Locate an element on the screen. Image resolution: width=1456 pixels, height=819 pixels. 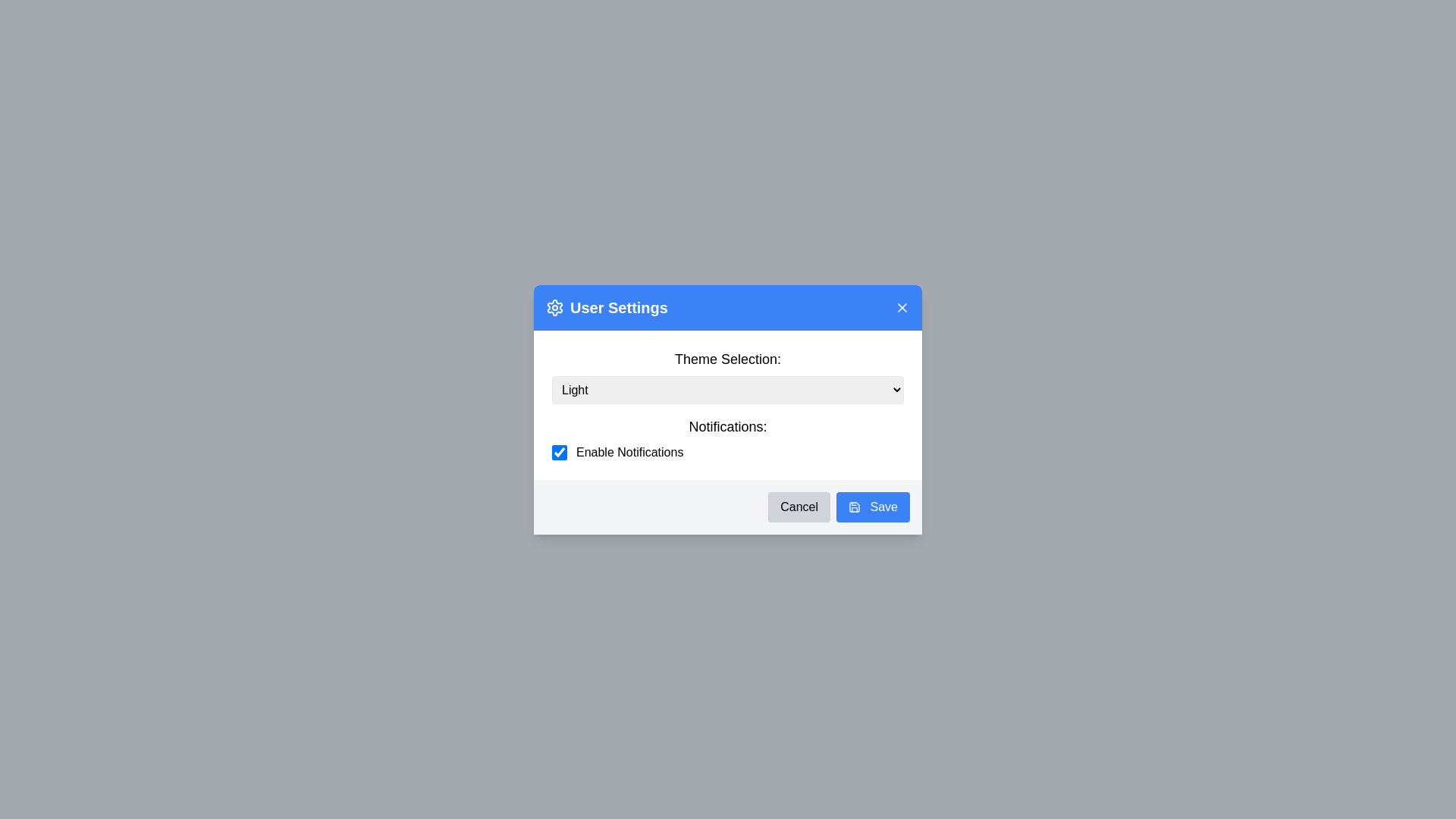
the 'Notifications:' text label, which is a bold and large font element located prominently in the settings section, positioned immediately above the associated checkbox is located at coordinates (728, 426).